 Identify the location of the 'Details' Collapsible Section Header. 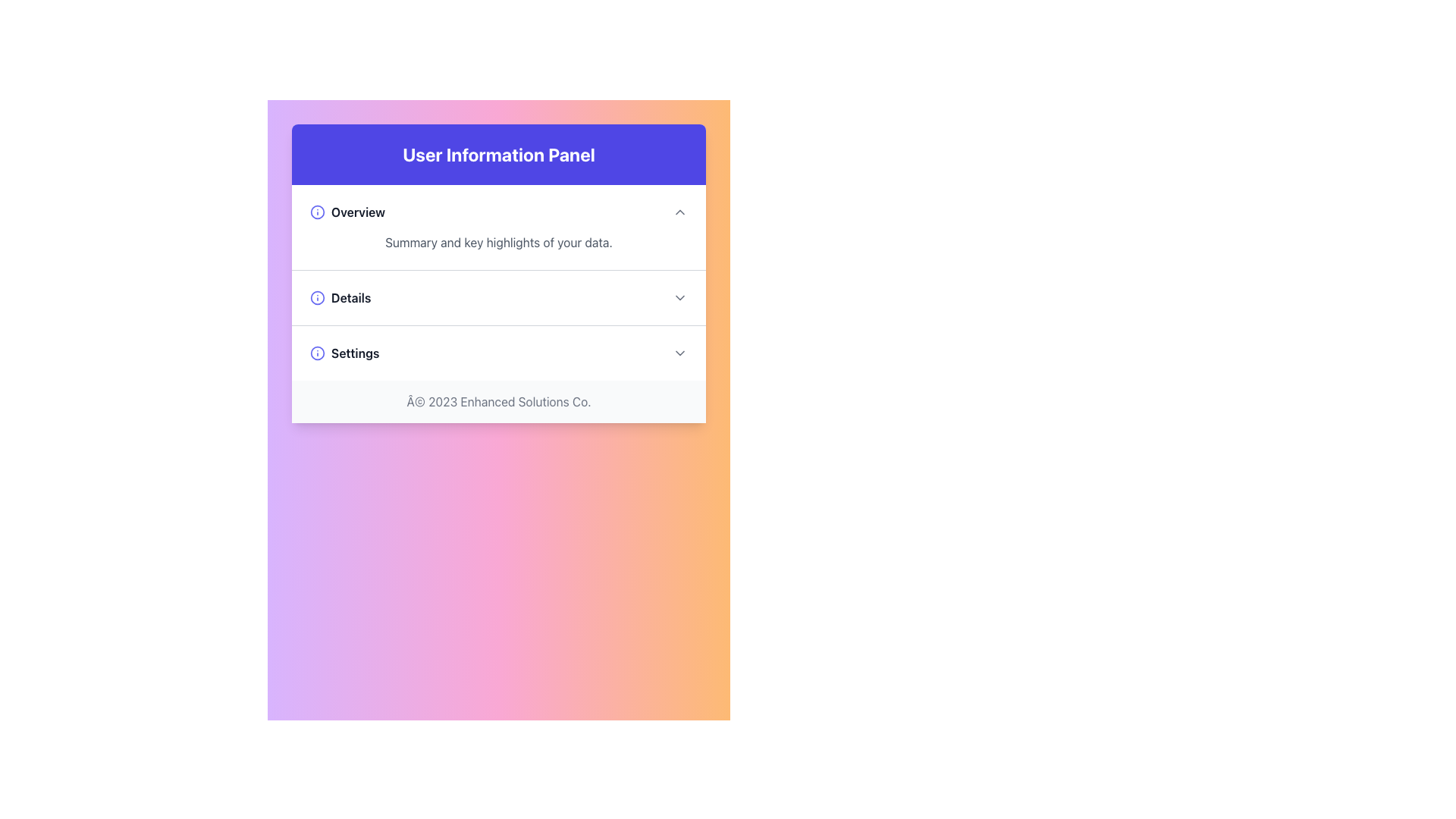
(498, 298).